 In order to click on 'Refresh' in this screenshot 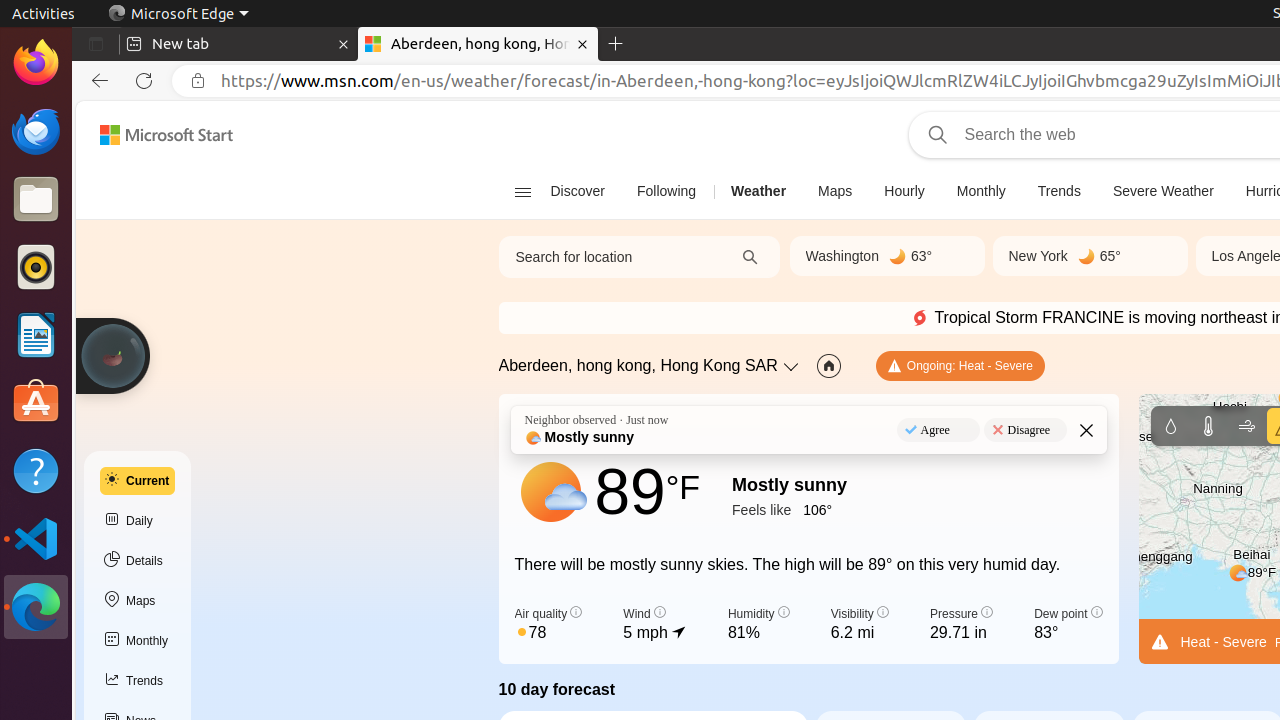, I will do `click(143, 80)`.